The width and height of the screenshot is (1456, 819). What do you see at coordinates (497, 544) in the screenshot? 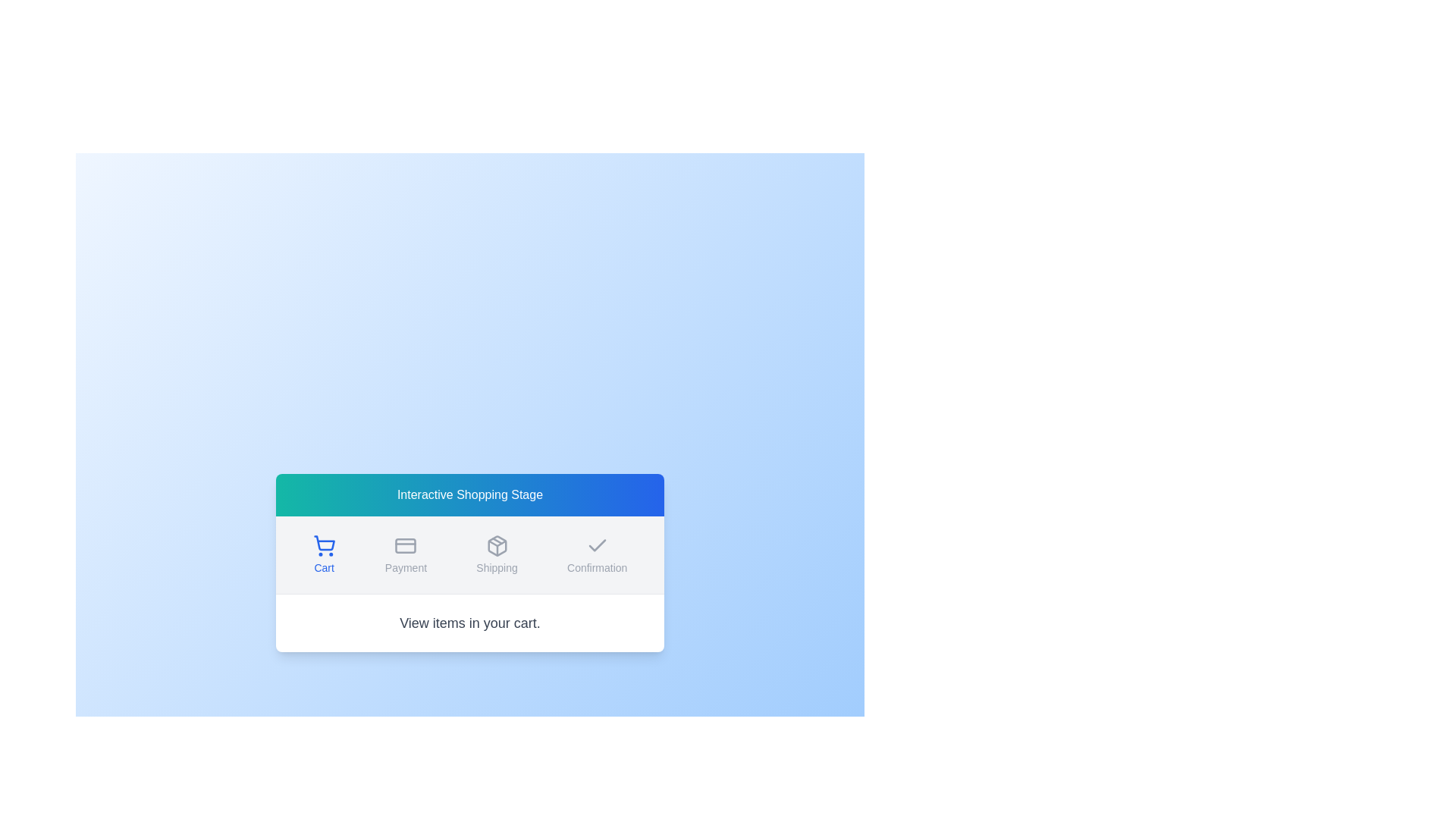
I see `the package icon representing the 'Shipping' step in the step-by-step process UI, which is the third step among four` at bounding box center [497, 544].